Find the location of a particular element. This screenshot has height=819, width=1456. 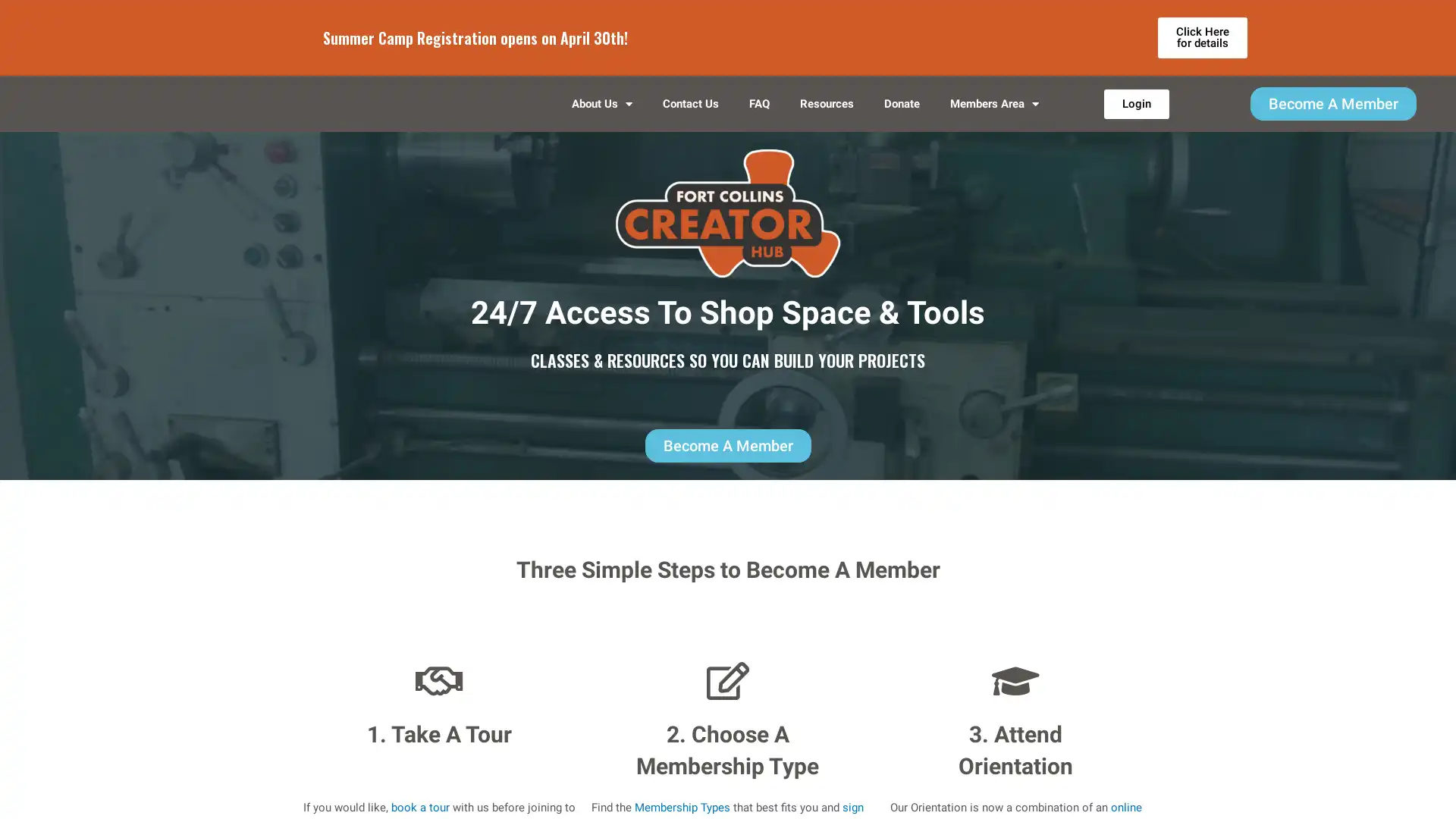

Become A Member is located at coordinates (726, 465).